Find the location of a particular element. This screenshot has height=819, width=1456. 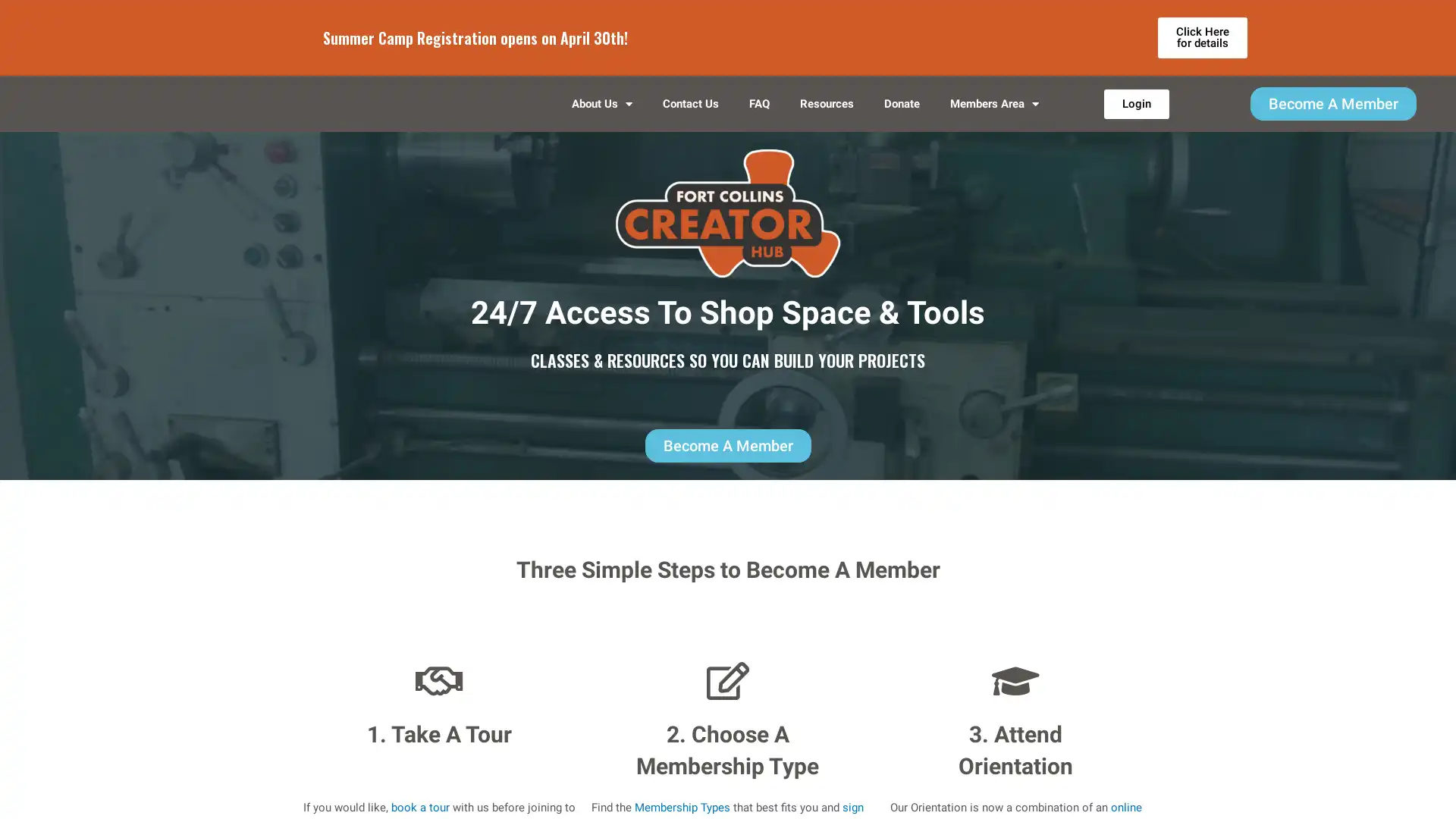

Become A Member is located at coordinates (726, 465).